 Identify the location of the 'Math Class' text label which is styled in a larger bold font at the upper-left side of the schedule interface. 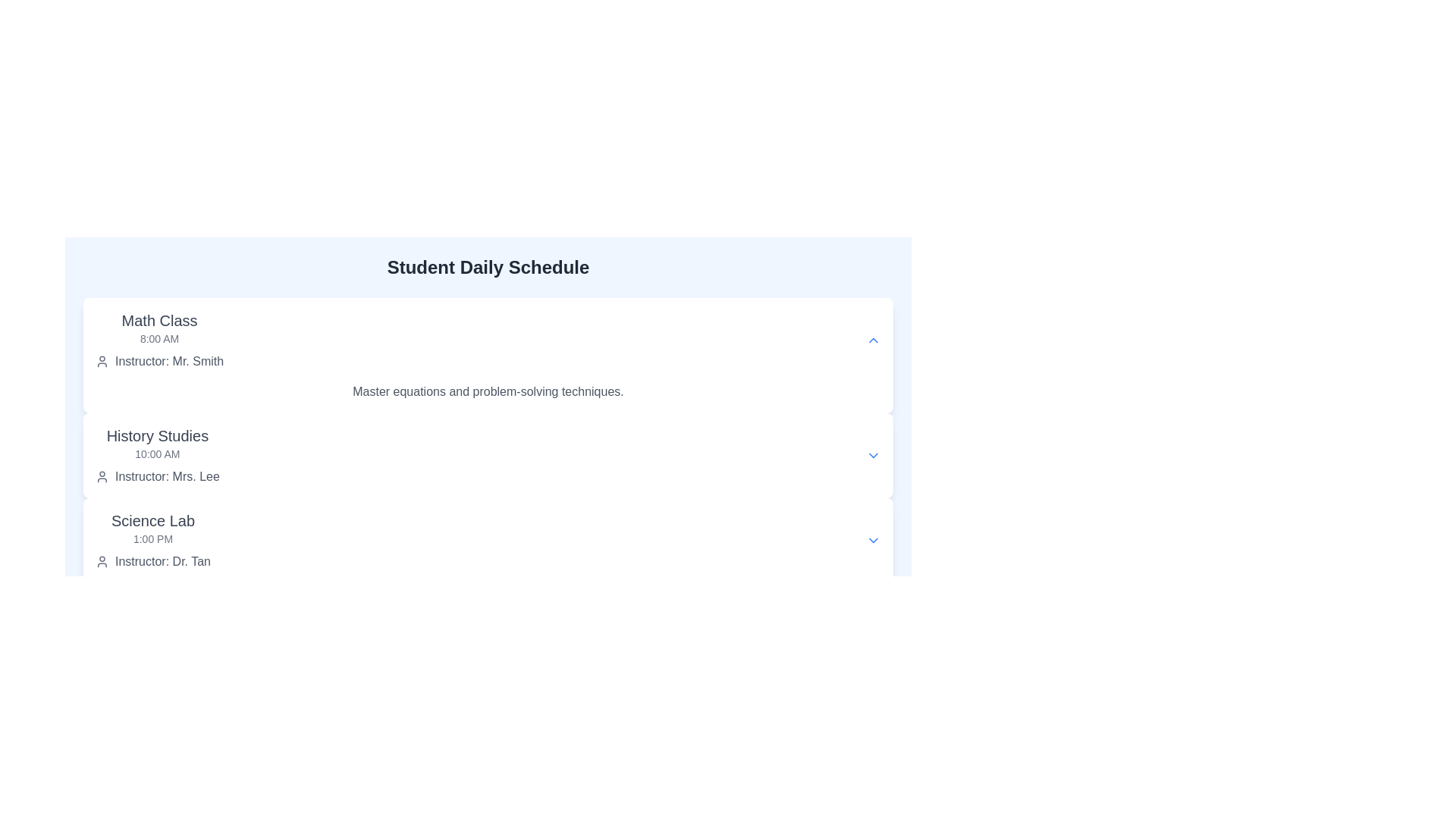
(159, 320).